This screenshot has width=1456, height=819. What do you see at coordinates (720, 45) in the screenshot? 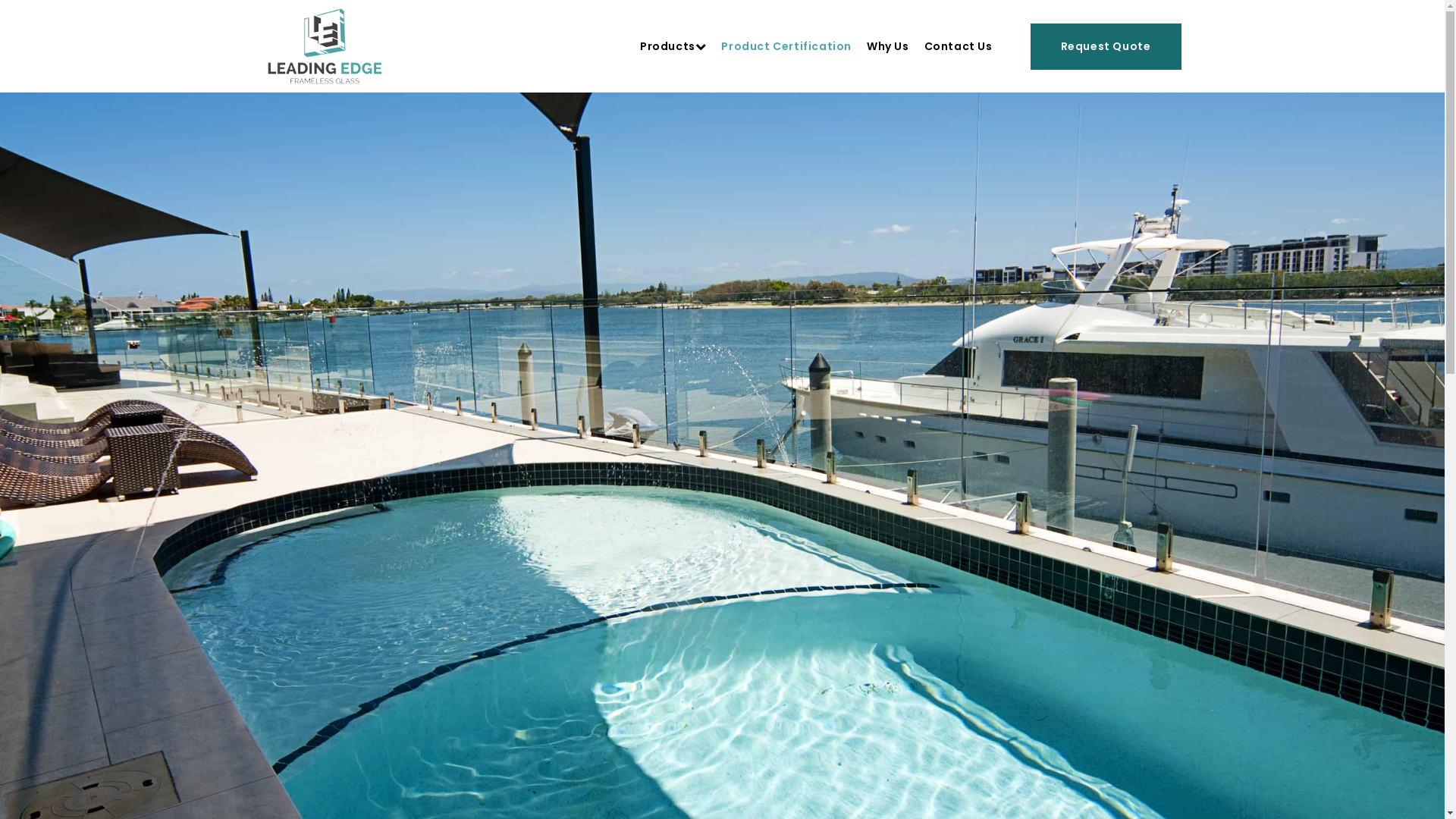
I see `'Product Certification'` at bounding box center [720, 45].